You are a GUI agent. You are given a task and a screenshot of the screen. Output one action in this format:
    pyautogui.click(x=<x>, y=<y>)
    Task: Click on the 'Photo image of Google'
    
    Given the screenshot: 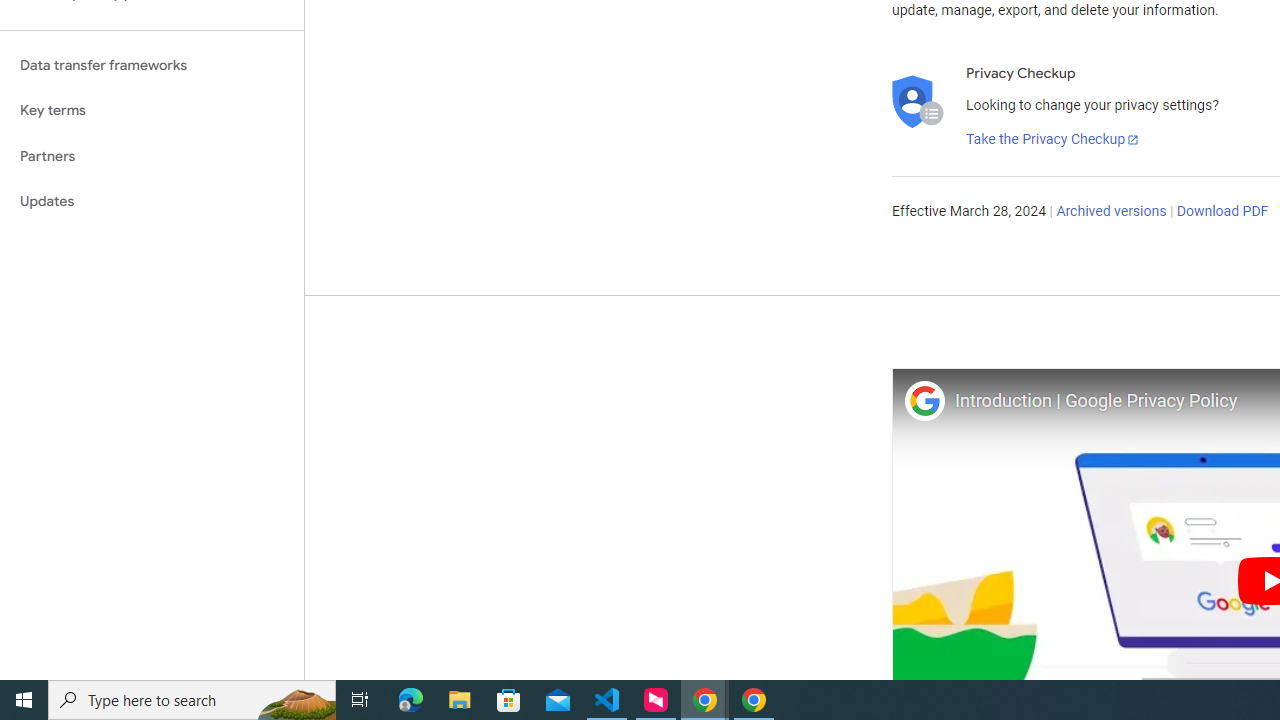 What is the action you would take?
    pyautogui.click(x=923, y=400)
    